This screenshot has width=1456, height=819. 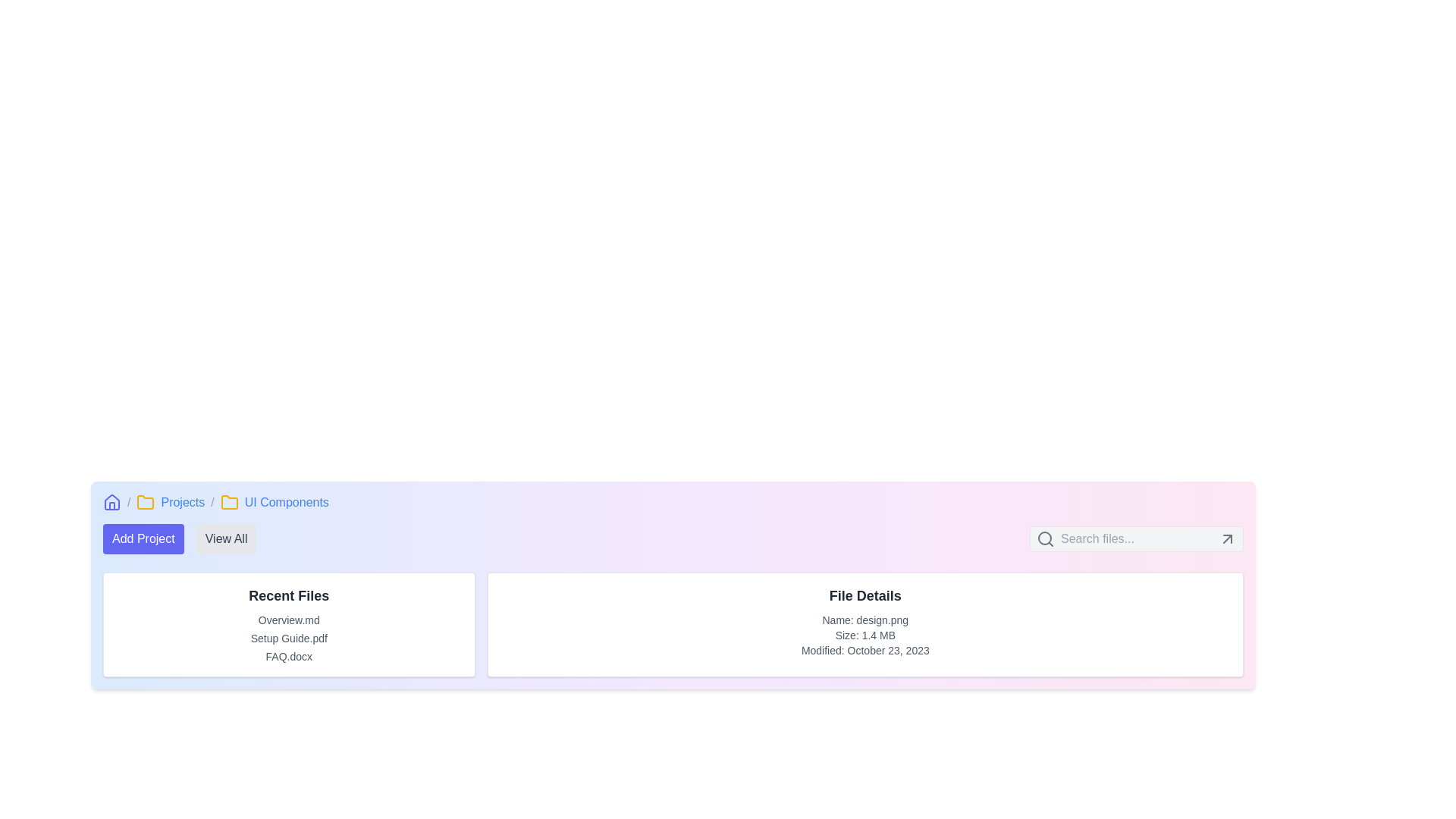 What do you see at coordinates (111, 503) in the screenshot?
I see `the home page navigation icon located at the top-left corner of the breadcrumb navigation bar to indicate selection` at bounding box center [111, 503].